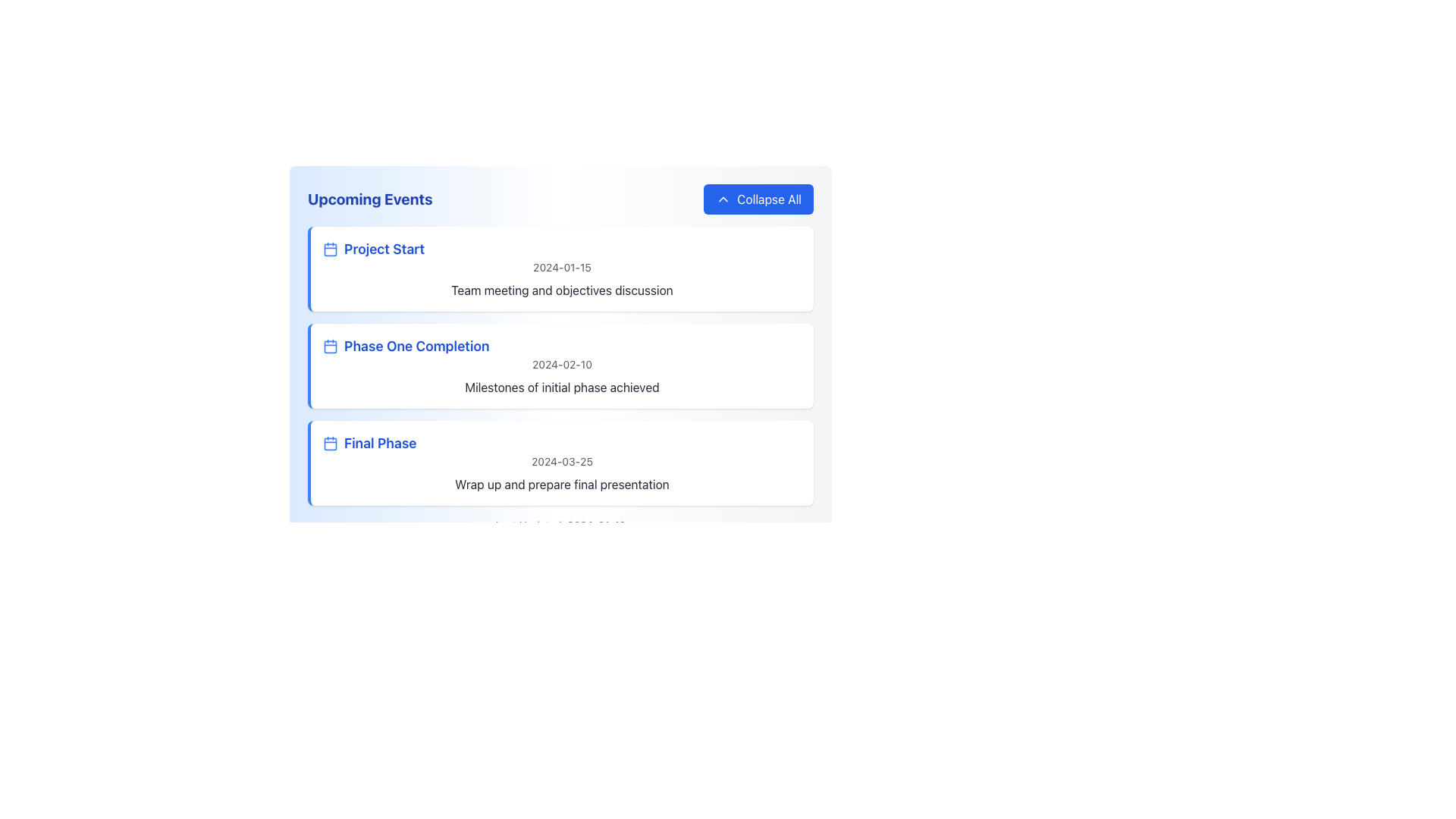 This screenshot has width=1456, height=819. Describe the element at coordinates (560, 334) in the screenshot. I see `the 'Phase One Completion' card in the event list` at that location.